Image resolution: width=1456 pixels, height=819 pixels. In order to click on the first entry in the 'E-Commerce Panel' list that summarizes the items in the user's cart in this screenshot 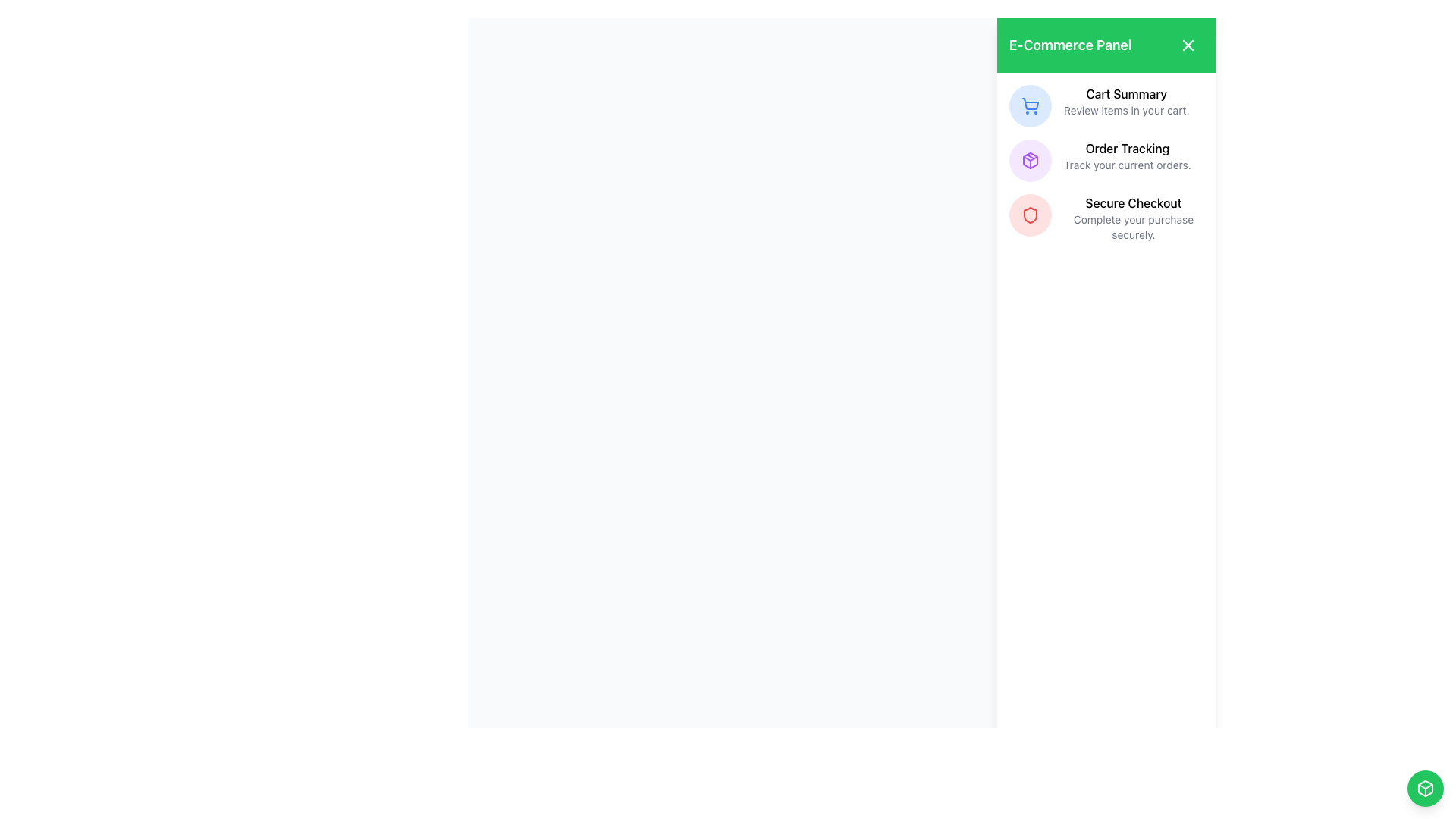, I will do `click(1106, 105)`.